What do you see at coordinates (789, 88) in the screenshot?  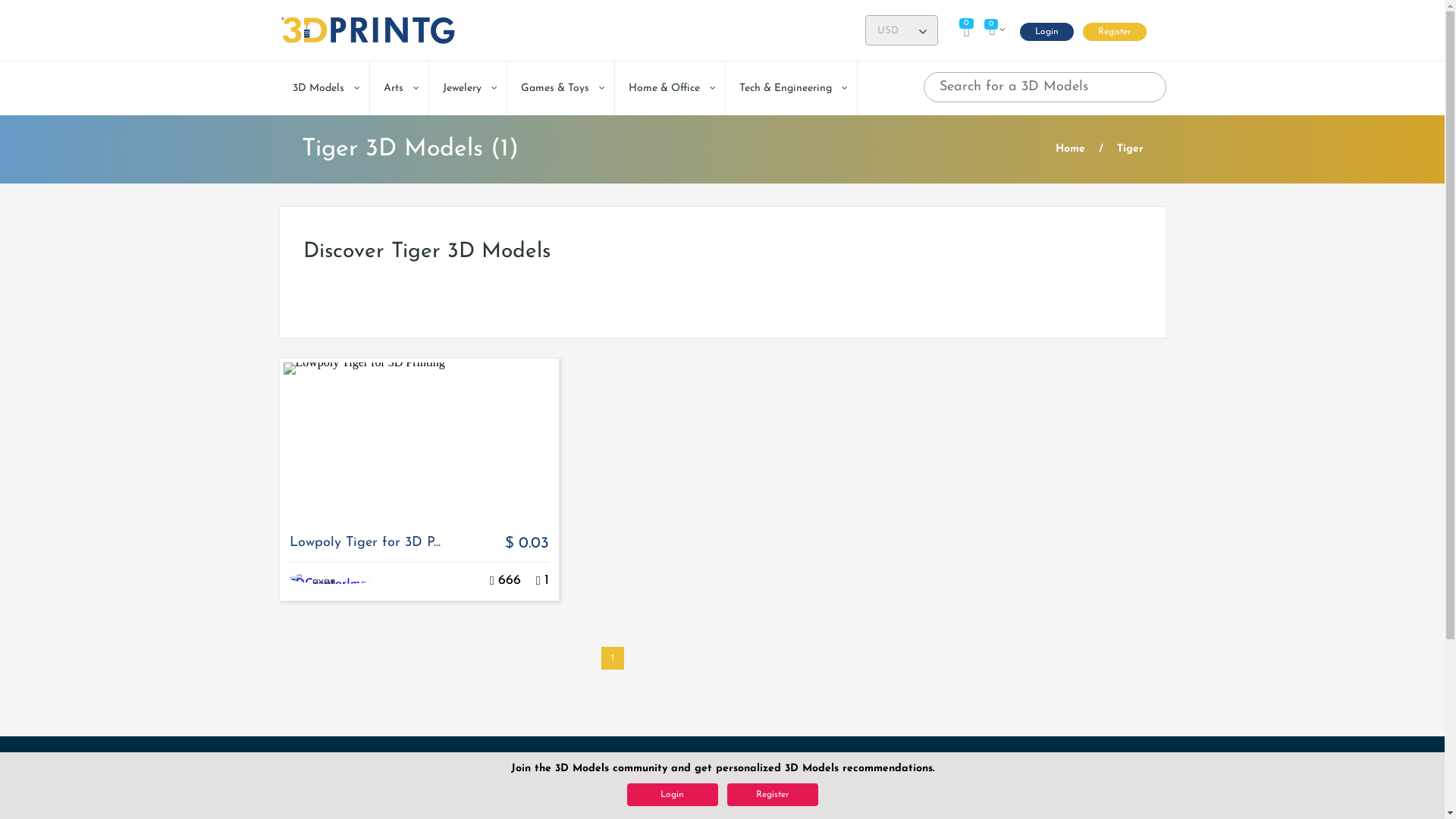 I see `'Tech & Engineering'` at bounding box center [789, 88].